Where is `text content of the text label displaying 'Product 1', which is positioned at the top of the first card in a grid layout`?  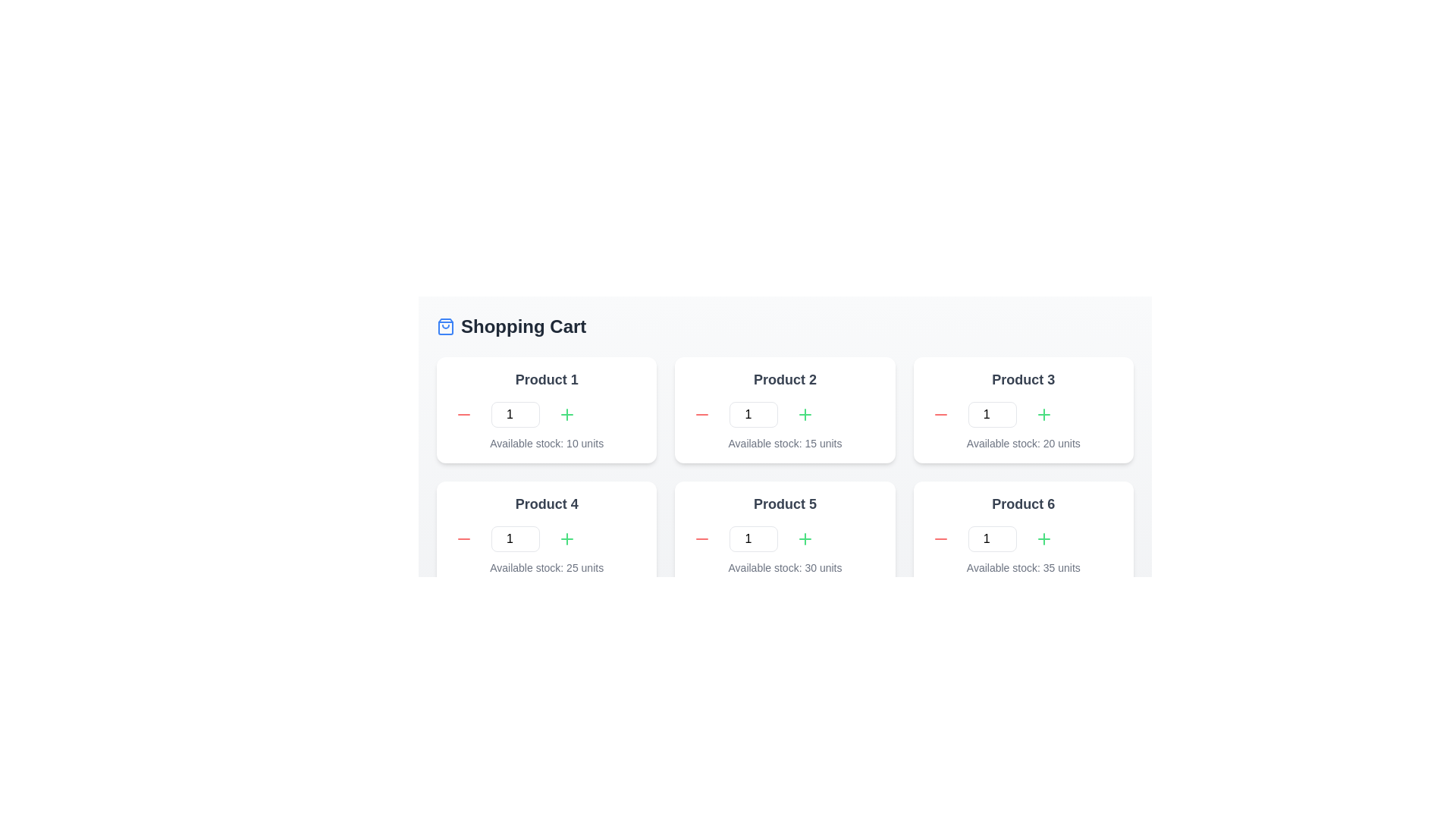
text content of the text label displaying 'Product 1', which is positioned at the top of the first card in a grid layout is located at coordinates (546, 379).